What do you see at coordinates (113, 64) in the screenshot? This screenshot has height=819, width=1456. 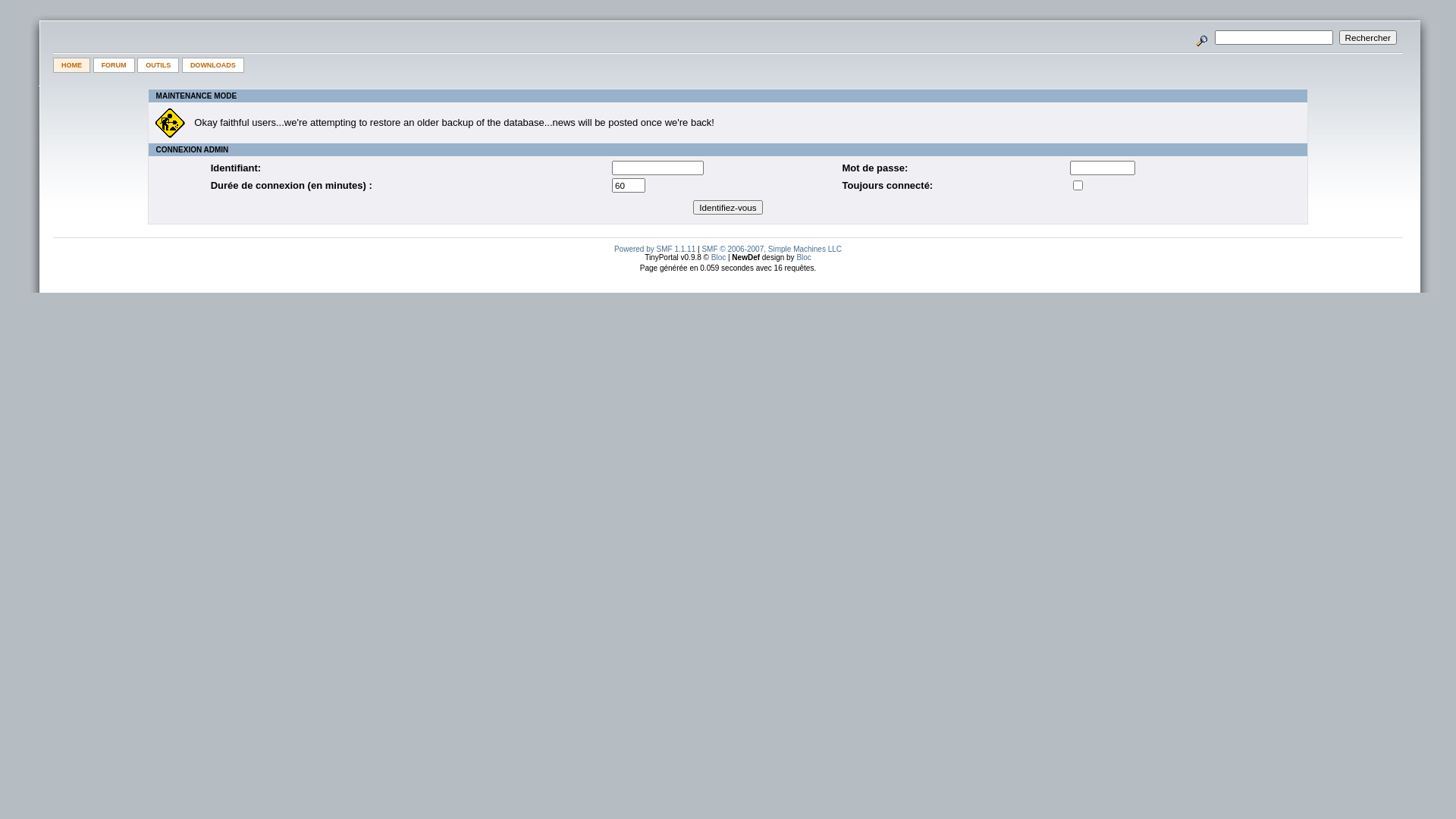 I see `'FORUM'` at bounding box center [113, 64].